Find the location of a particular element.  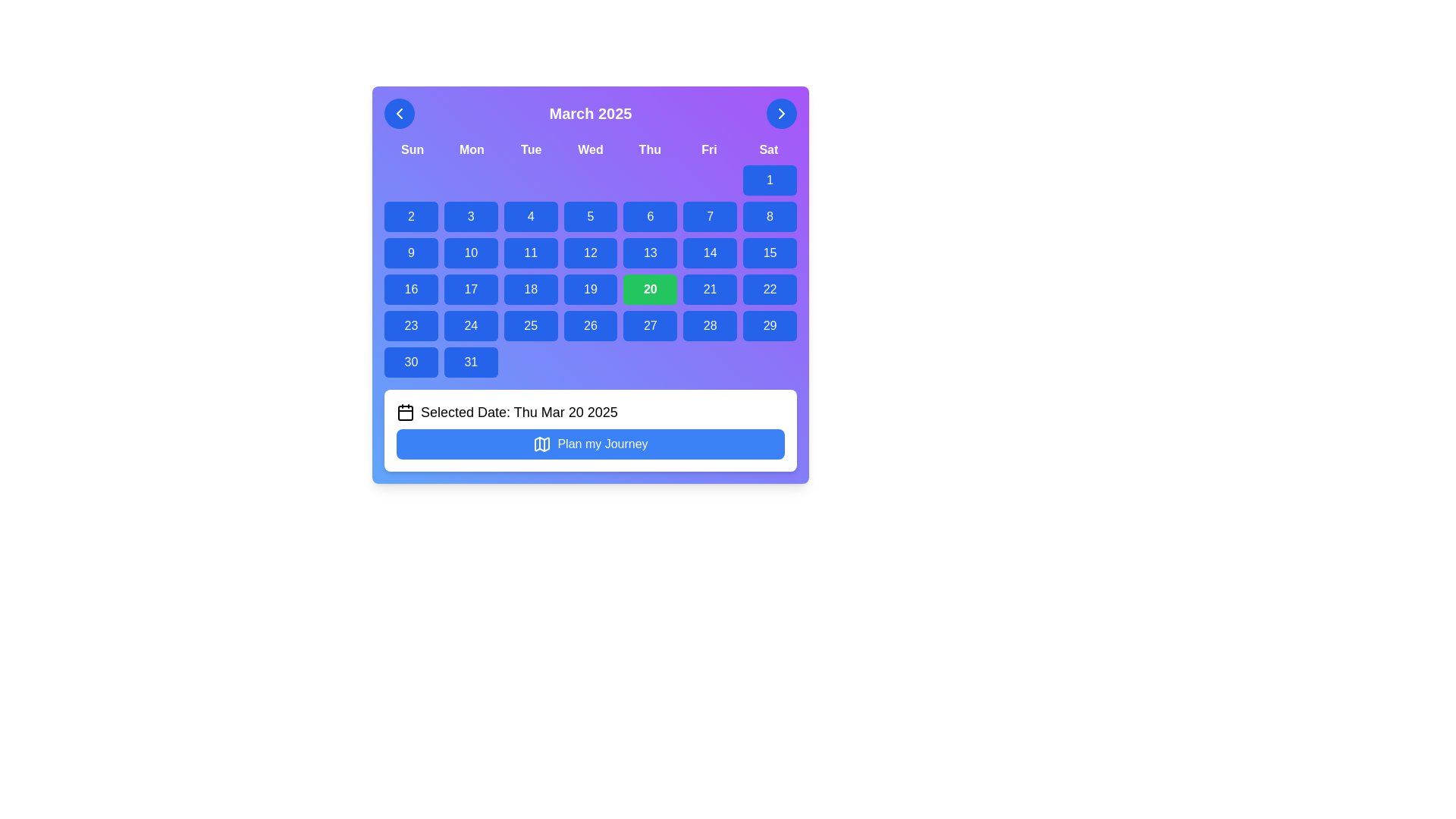

the button representing the 13th day of the month in the calendar interface is located at coordinates (650, 253).